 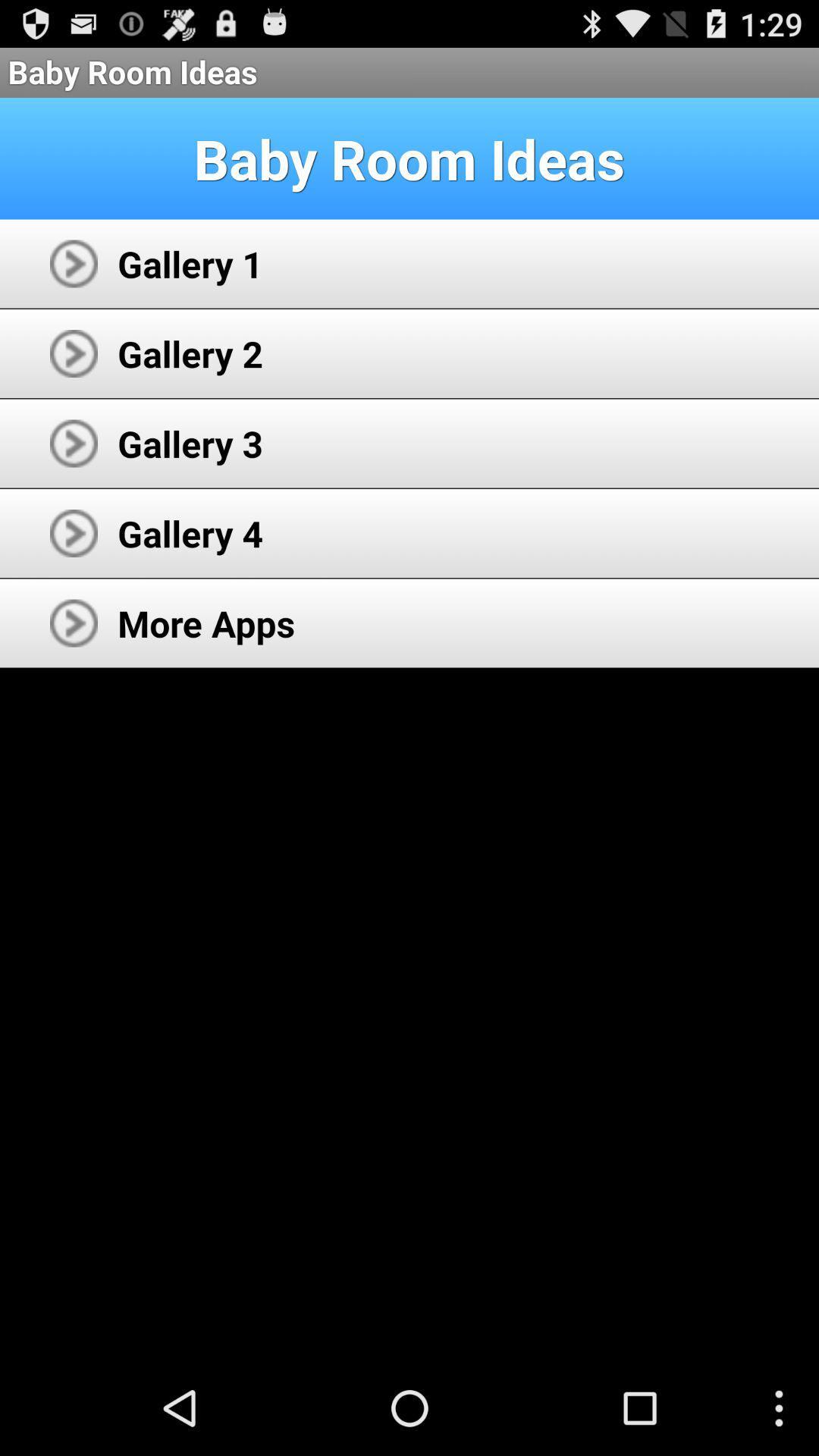 What do you see at coordinates (190, 263) in the screenshot?
I see `gallery 1` at bounding box center [190, 263].